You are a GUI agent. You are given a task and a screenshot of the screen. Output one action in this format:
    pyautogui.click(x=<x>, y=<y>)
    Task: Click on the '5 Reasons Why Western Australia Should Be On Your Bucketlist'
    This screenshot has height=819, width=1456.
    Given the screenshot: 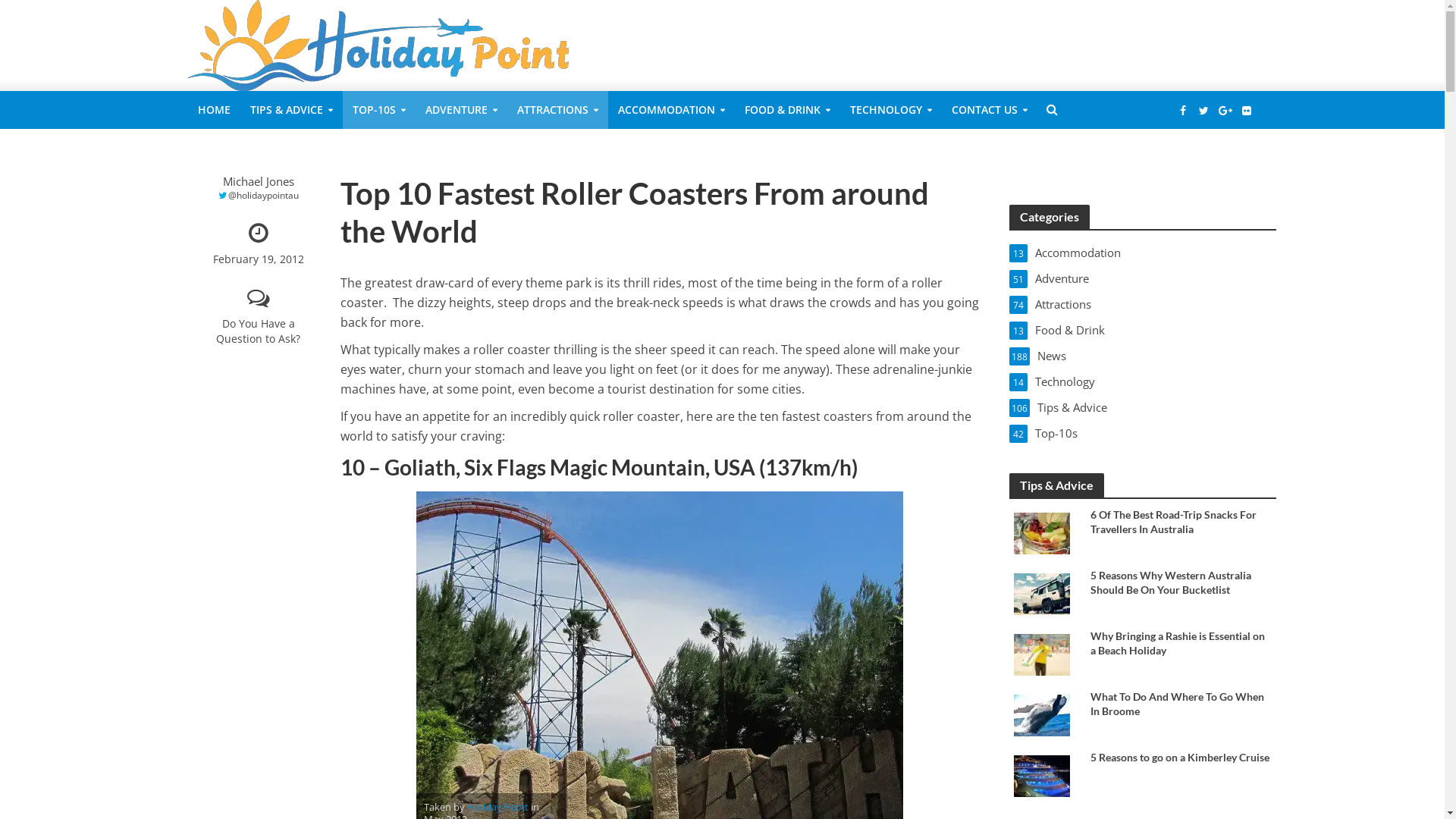 What is the action you would take?
    pyautogui.click(x=1090, y=581)
    